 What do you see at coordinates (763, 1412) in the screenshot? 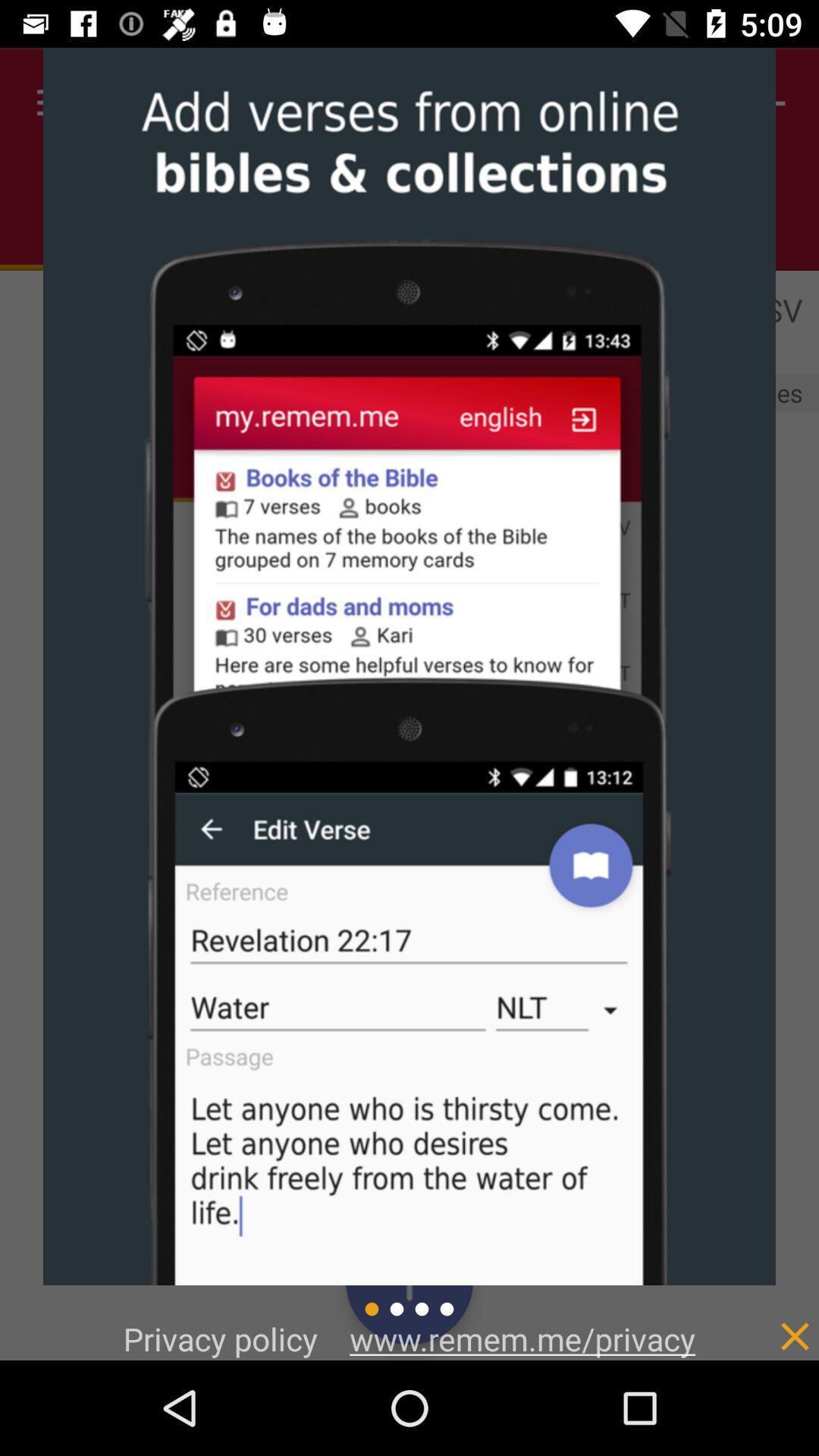
I see `the close icon` at bounding box center [763, 1412].